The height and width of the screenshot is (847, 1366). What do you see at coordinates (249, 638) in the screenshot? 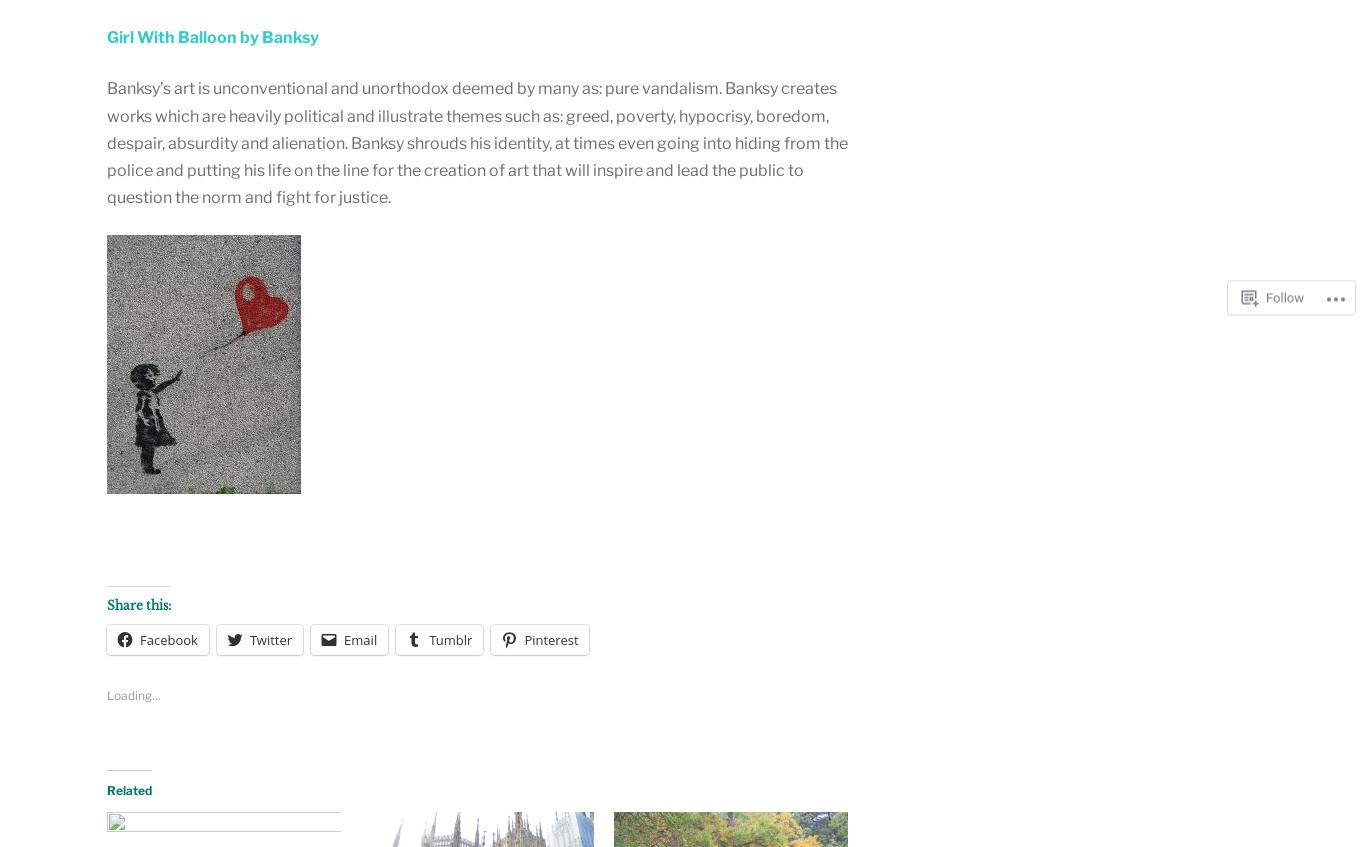
I see `'Twitter'` at bounding box center [249, 638].